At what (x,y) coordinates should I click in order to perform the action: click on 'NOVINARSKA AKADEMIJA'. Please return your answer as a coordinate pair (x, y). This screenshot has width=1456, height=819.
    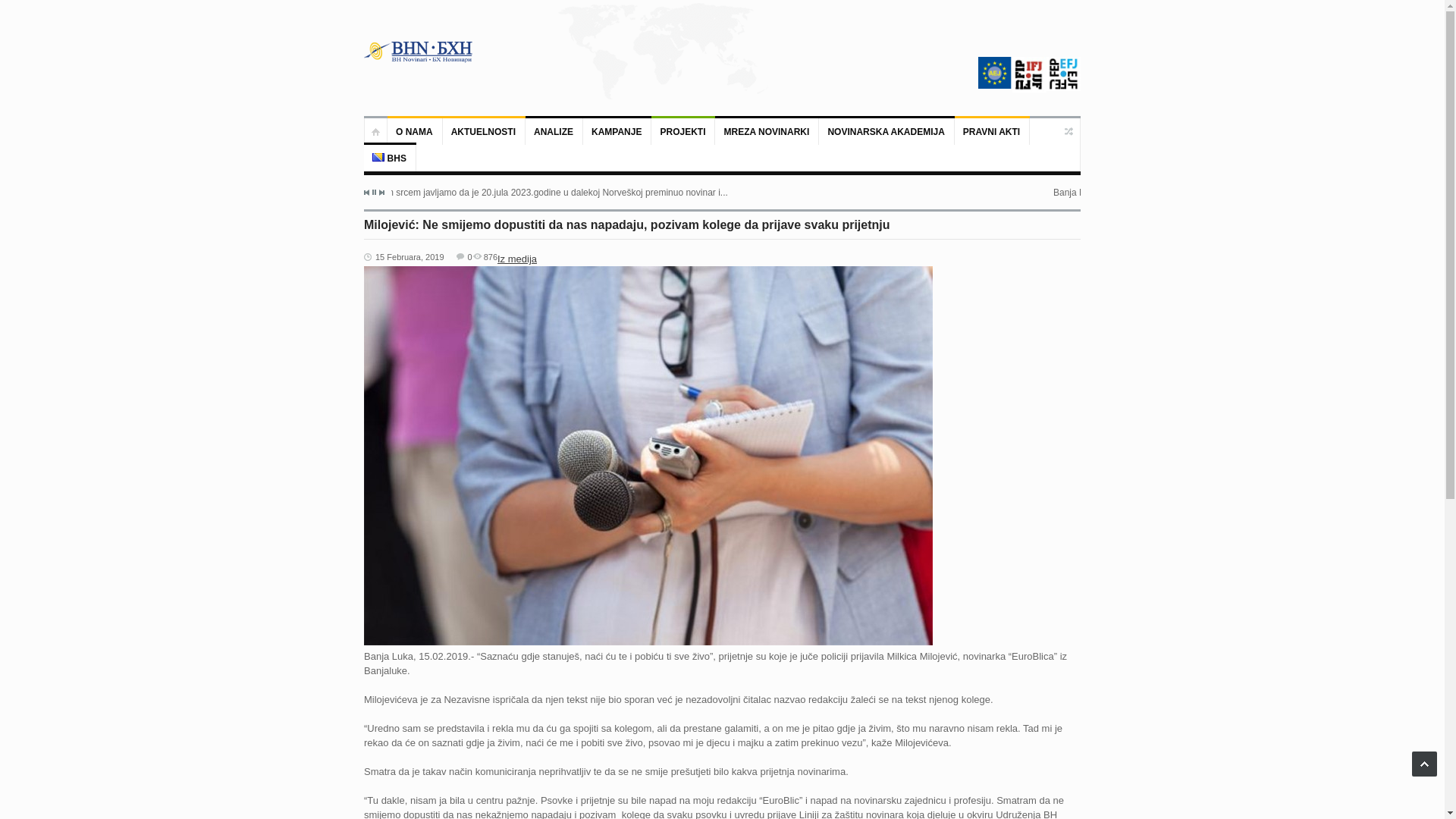
    Looking at the image, I should click on (886, 130).